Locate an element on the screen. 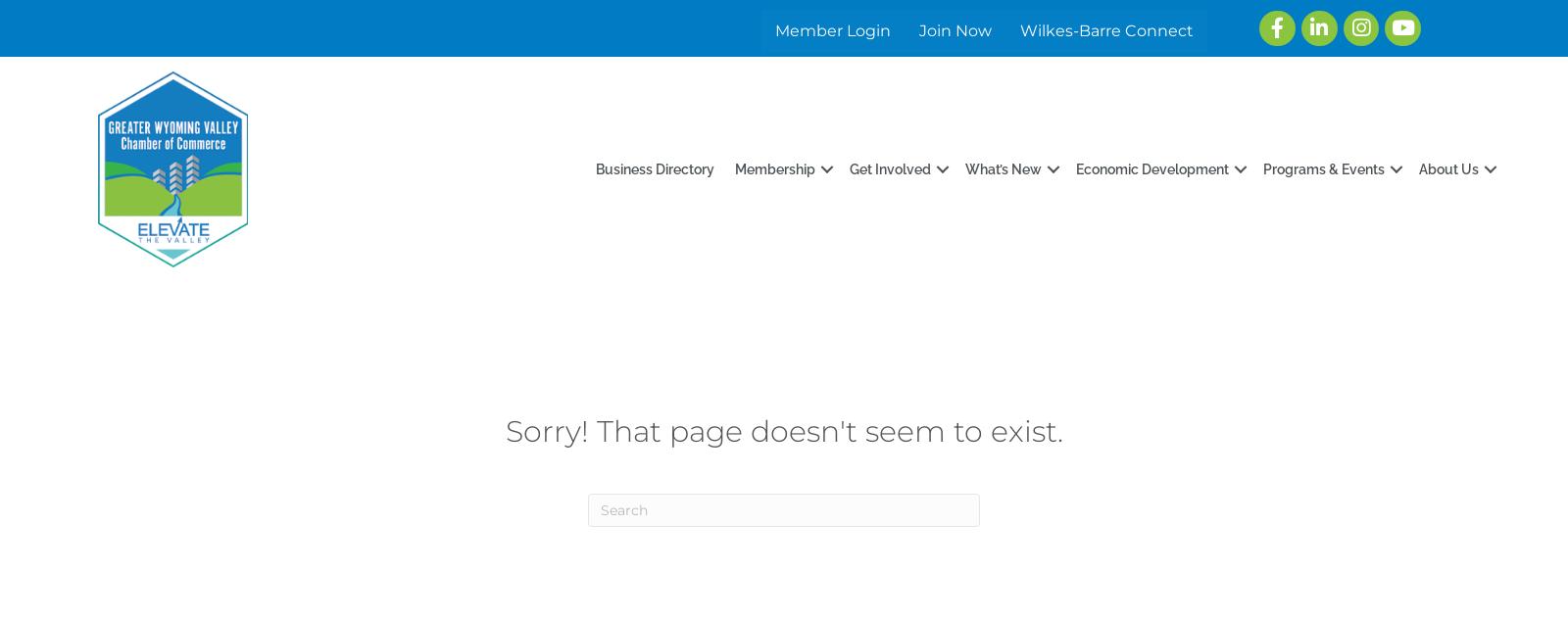 This screenshot has width=1568, height=620. 'Economic Development' is located at coordinates (1152, 167).